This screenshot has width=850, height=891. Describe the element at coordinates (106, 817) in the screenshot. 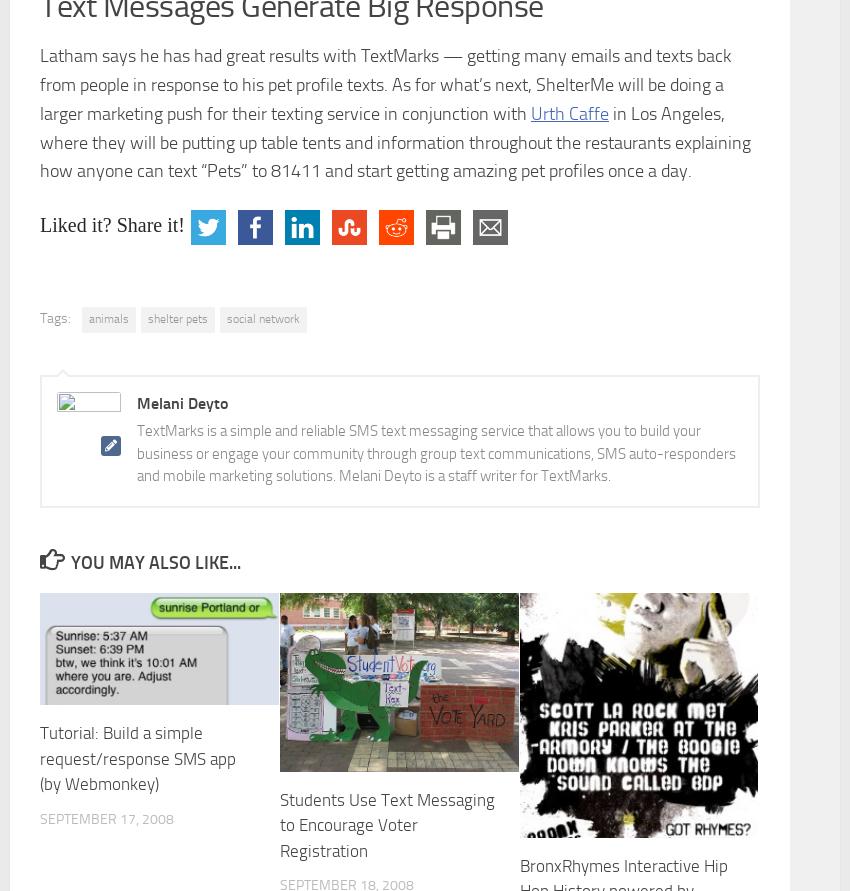

I see `'September 17, 2008'` at that location.